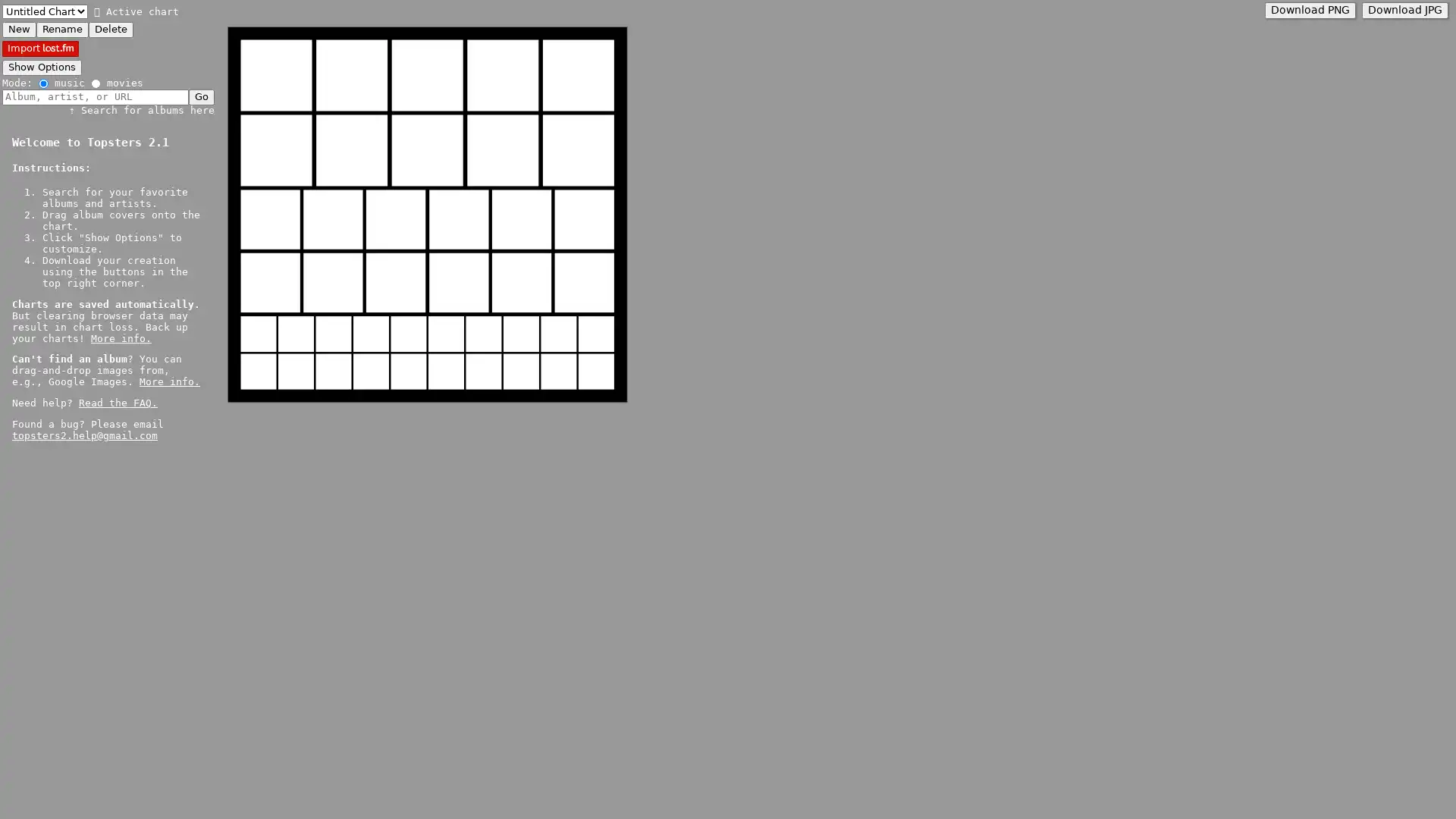 The height and width of the screenshot is (819, 1456). What do you see at coordinates (39, 47) in the screenshot?
I see `Import Import Last.fm` at bounding box center [39, 47].